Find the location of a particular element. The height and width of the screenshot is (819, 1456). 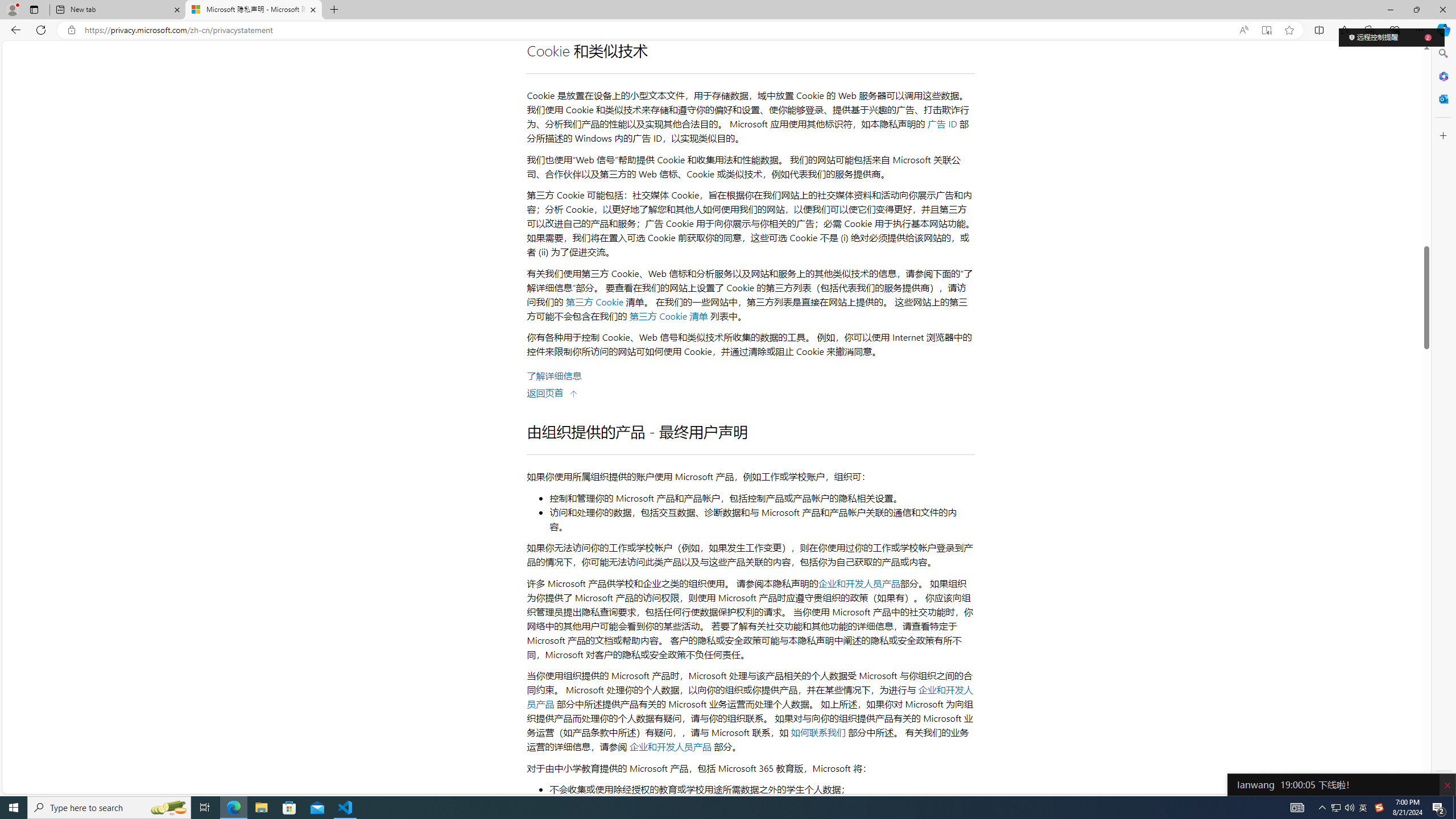

'Customize' is located at coordinates (1442, 135).